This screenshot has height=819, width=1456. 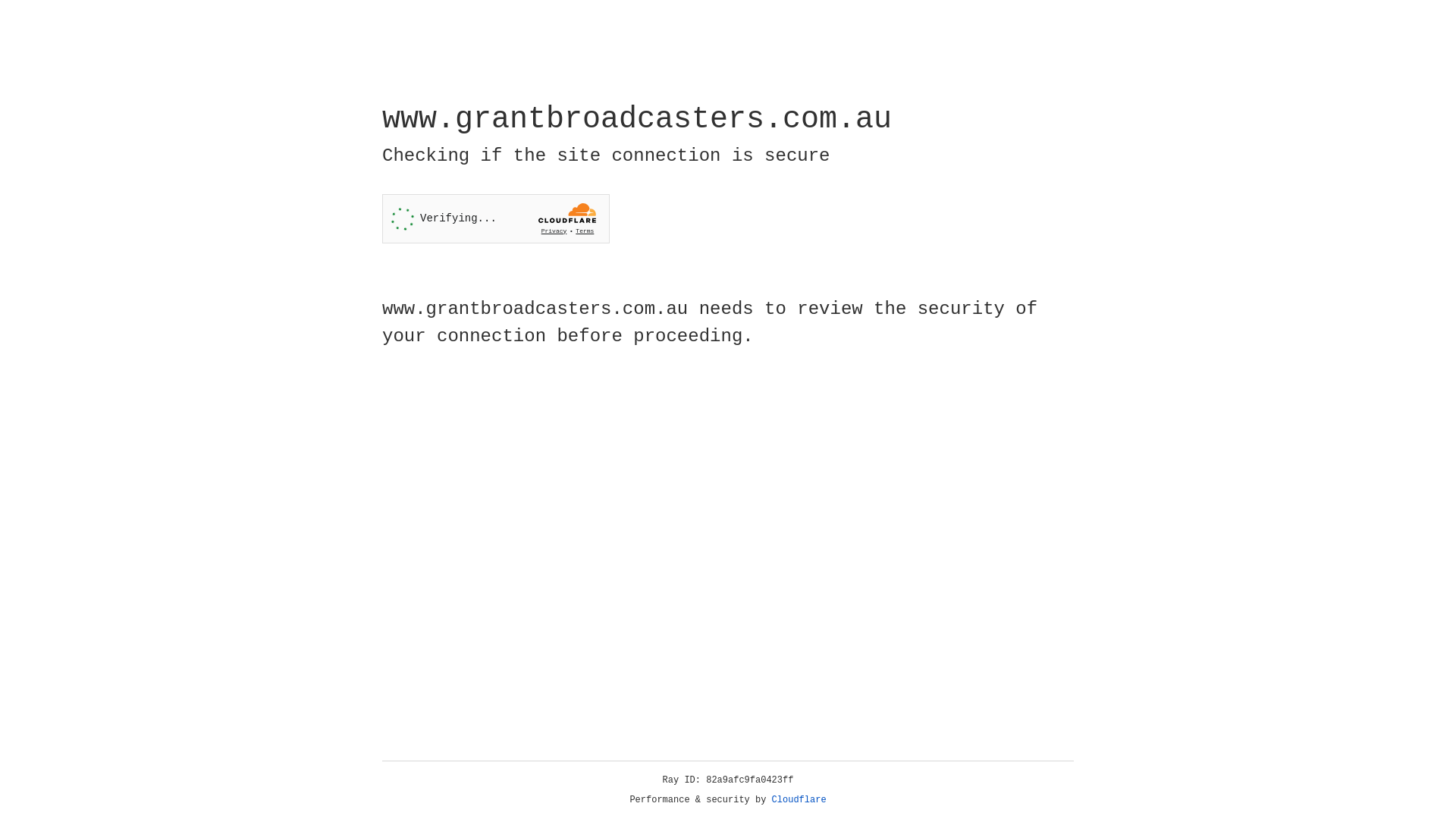 I want to click on 'Widget containing a Cloudflare security challenge', so click(x=495, y=218).